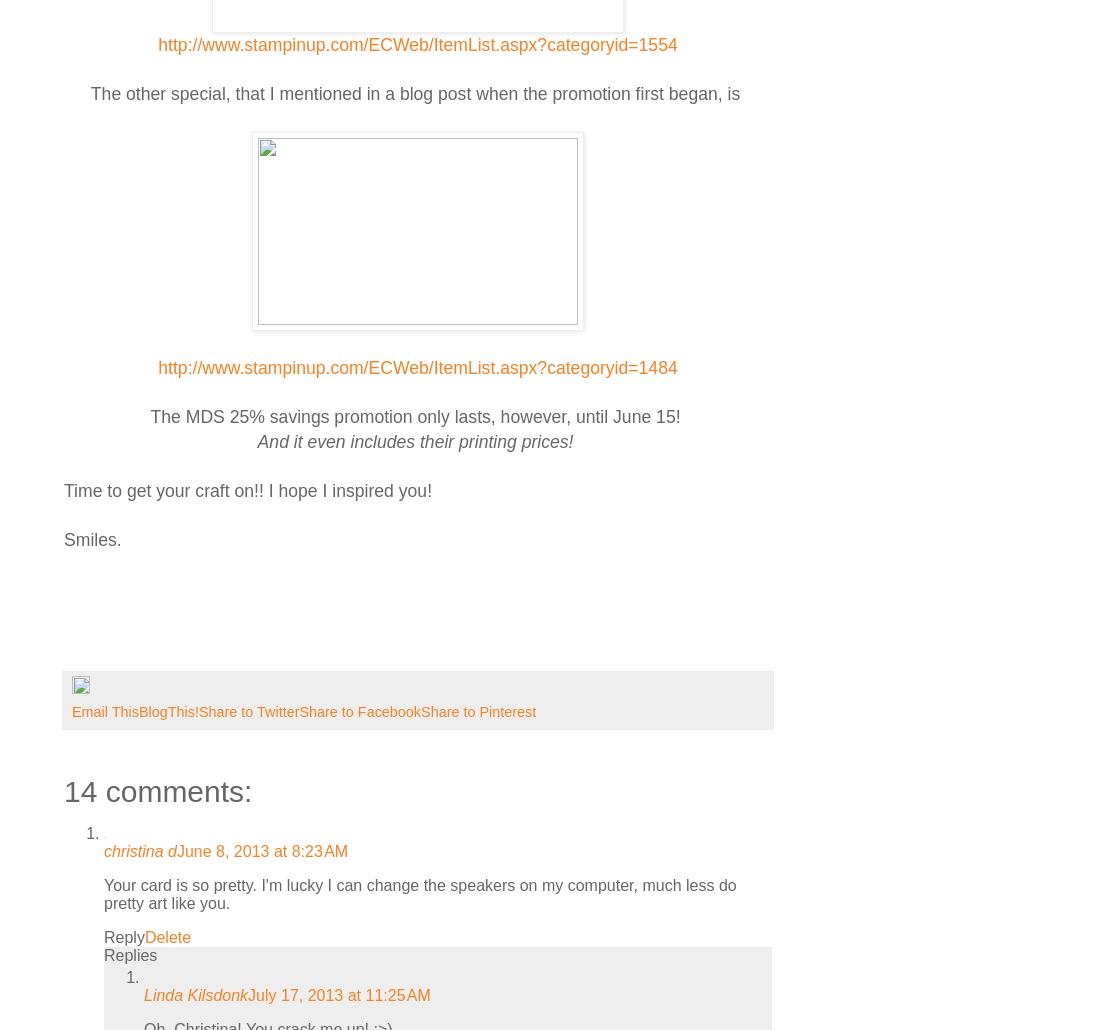  I want to click on 'July 17, 2013 at 11:25 AM', so click(246, 993).